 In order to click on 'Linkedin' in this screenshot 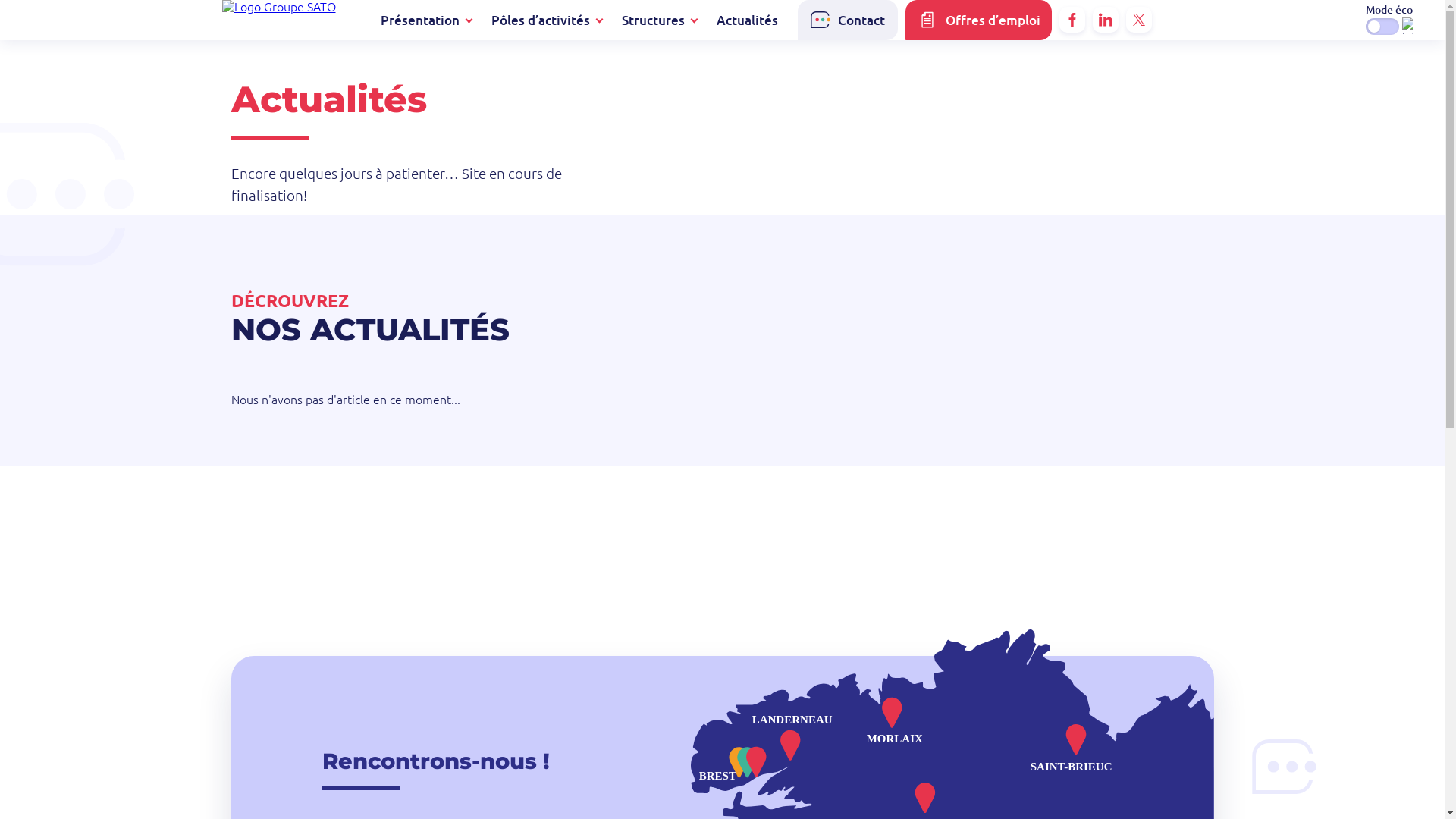, I will do `click(1106, 20)`.